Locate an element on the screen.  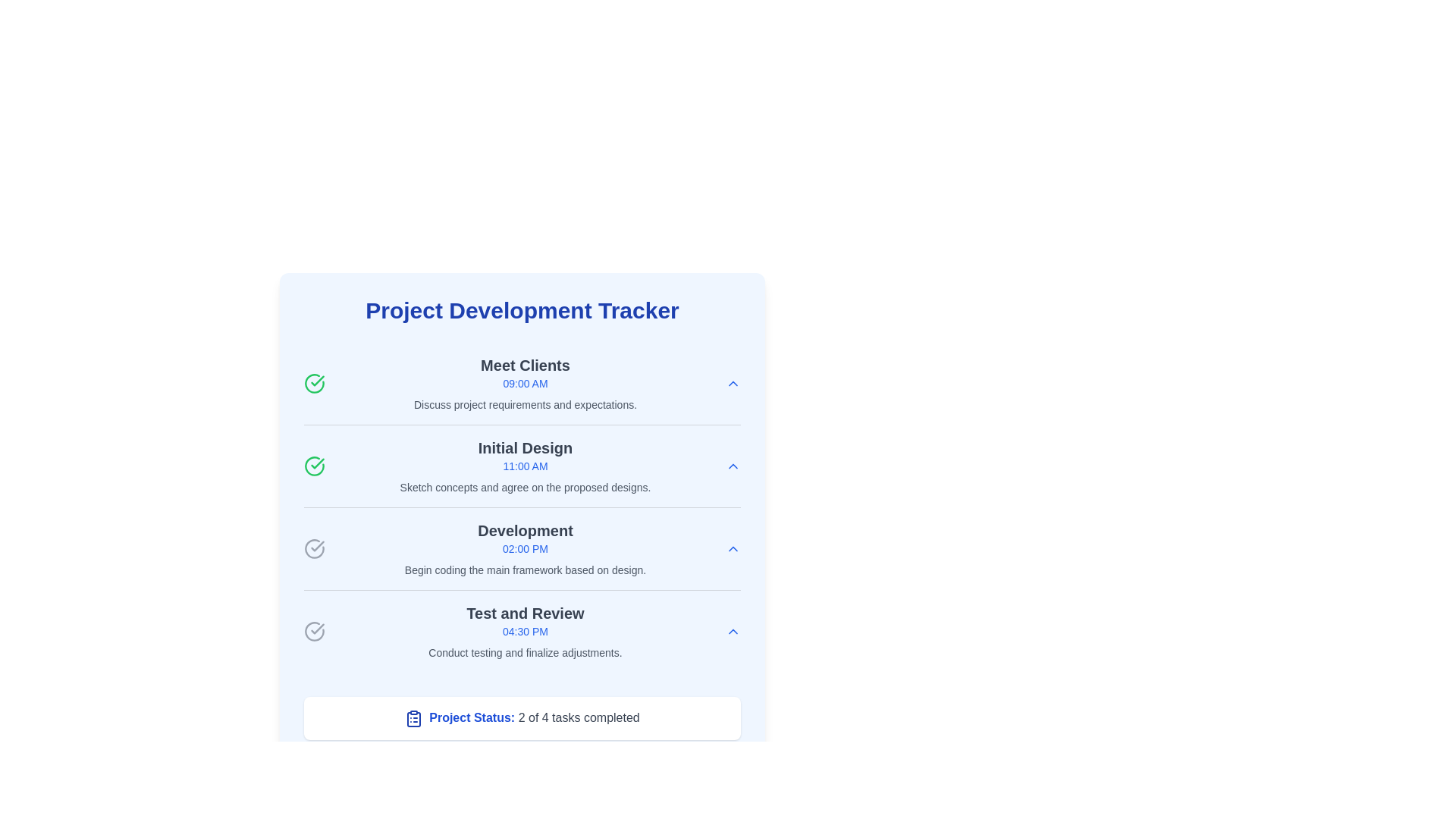
the upward-pointing blue chevron icon button located to the right of the time label '02:00 PM' within the 'Development' section is located at coordinates (733, 549).